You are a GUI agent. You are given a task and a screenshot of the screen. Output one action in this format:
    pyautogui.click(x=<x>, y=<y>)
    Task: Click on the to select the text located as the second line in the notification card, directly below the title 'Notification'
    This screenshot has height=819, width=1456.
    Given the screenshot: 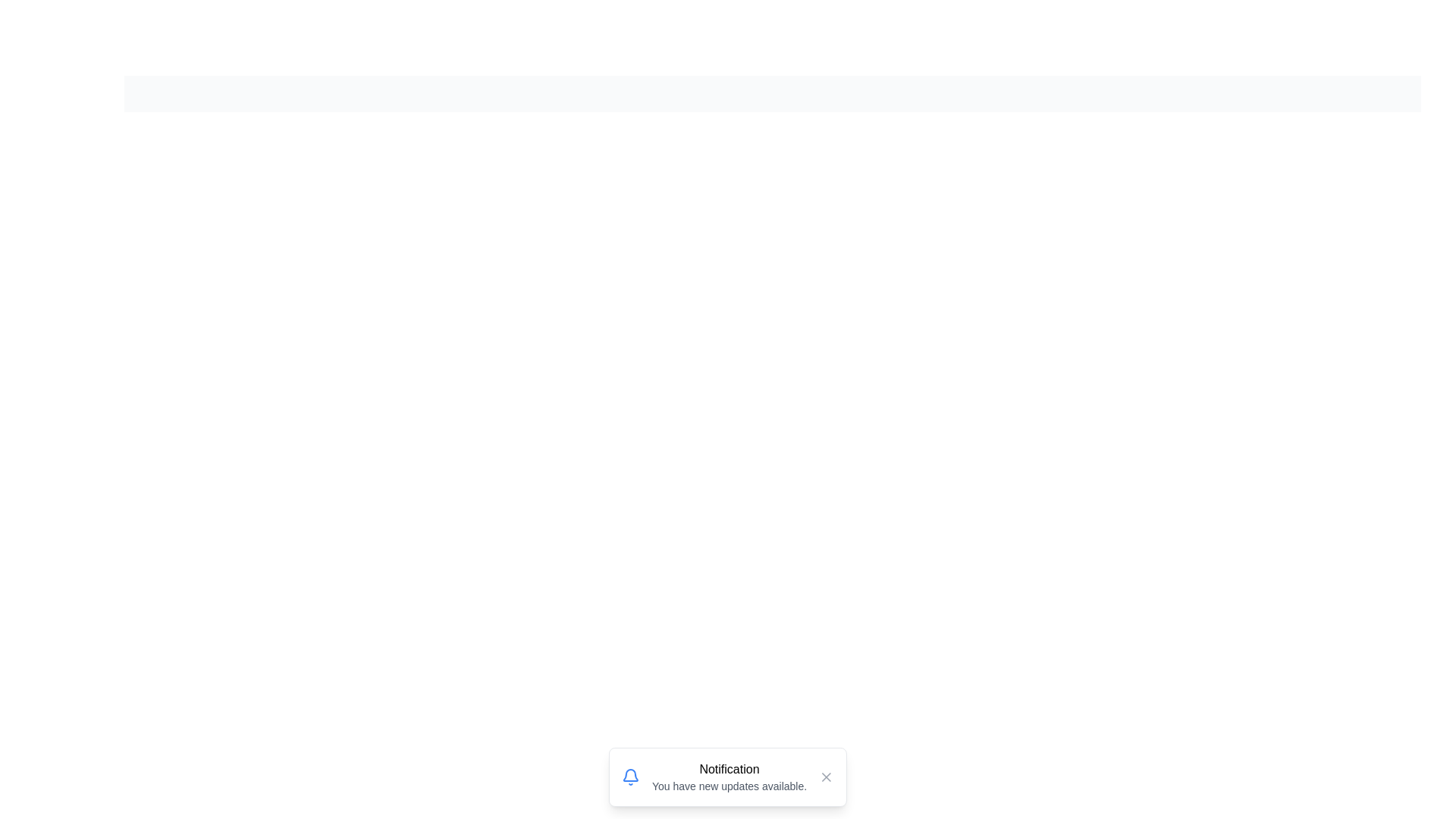 What is the action you would take?
    pyautogui.click(x=729, y=786)
    